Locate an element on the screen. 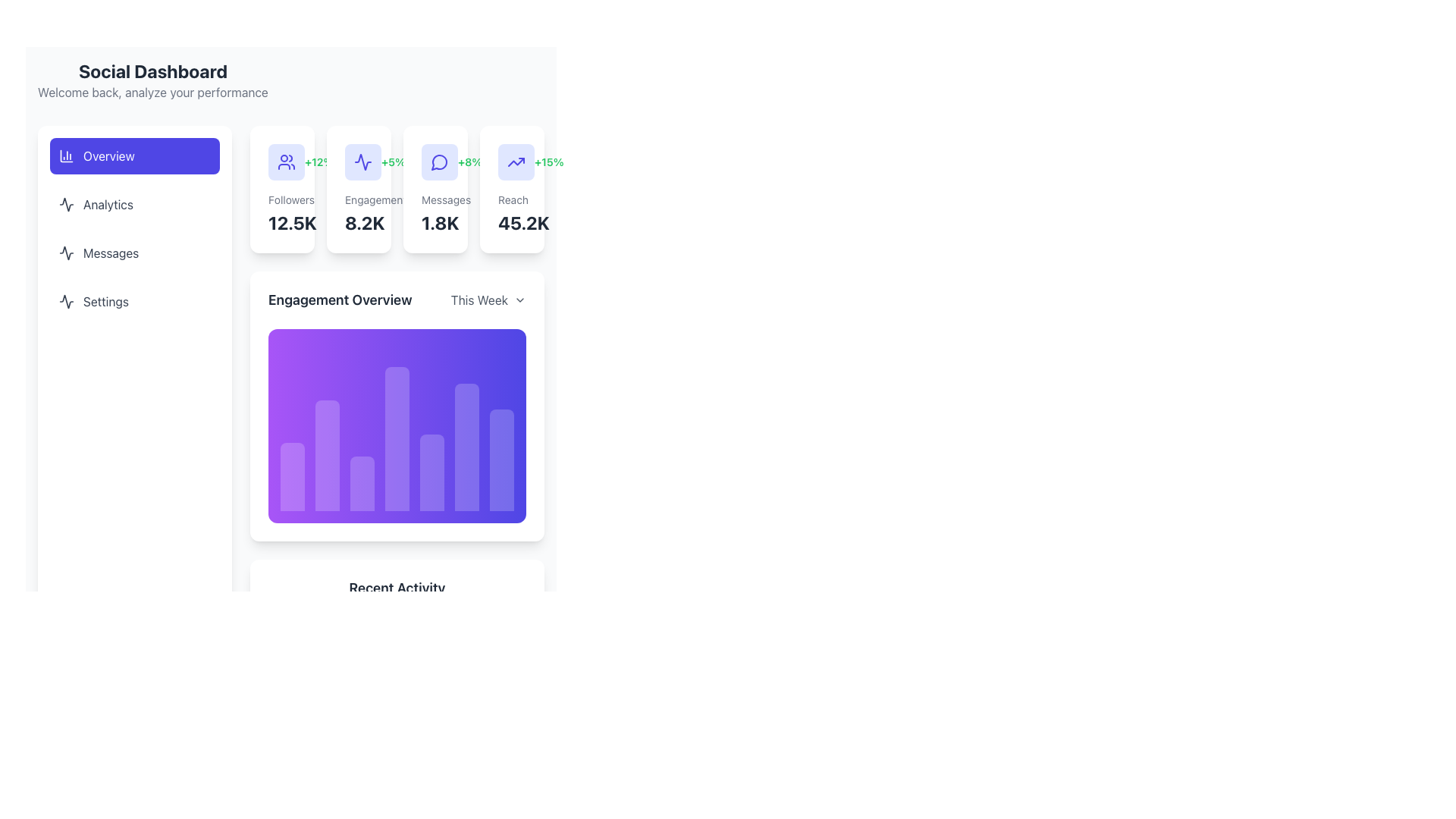  the topmost button is located at coordinates (134, 155).